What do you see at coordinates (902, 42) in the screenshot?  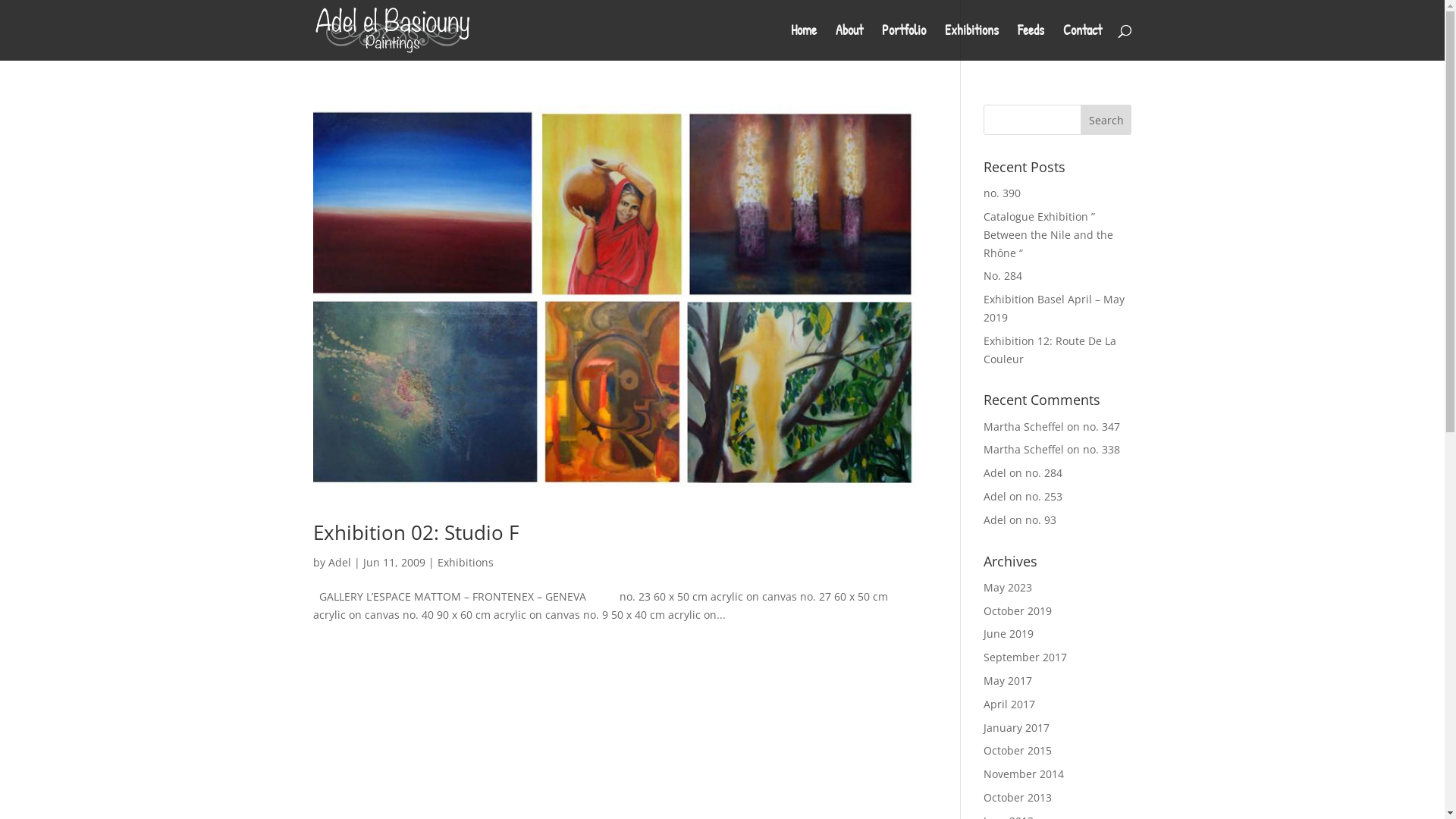 I see `'Portfolio'` at bounding box center [902, 42].